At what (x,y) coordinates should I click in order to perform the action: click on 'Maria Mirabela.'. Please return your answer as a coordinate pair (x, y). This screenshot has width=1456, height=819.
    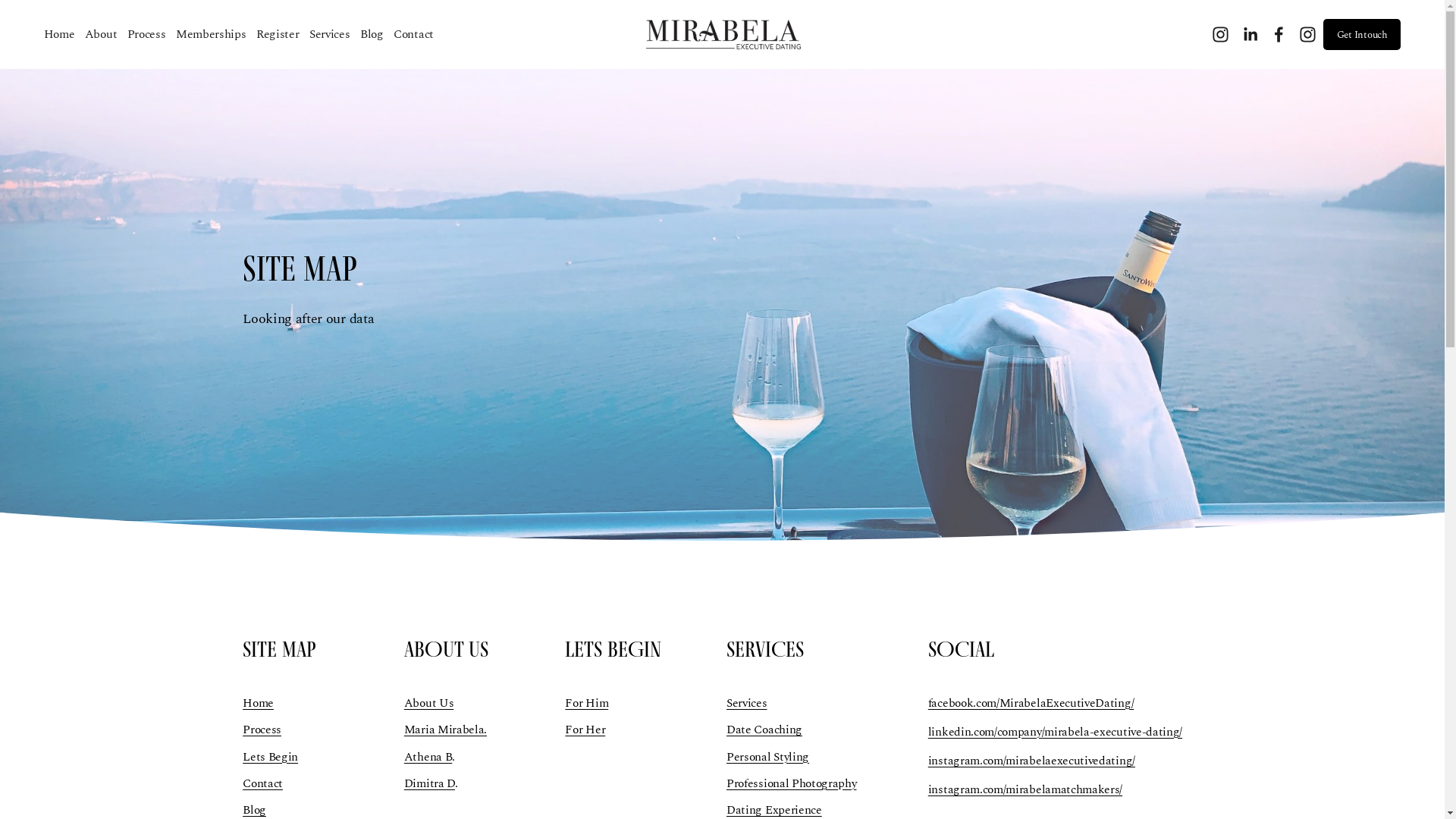
    Looking at the image, I should click on (444, 728).